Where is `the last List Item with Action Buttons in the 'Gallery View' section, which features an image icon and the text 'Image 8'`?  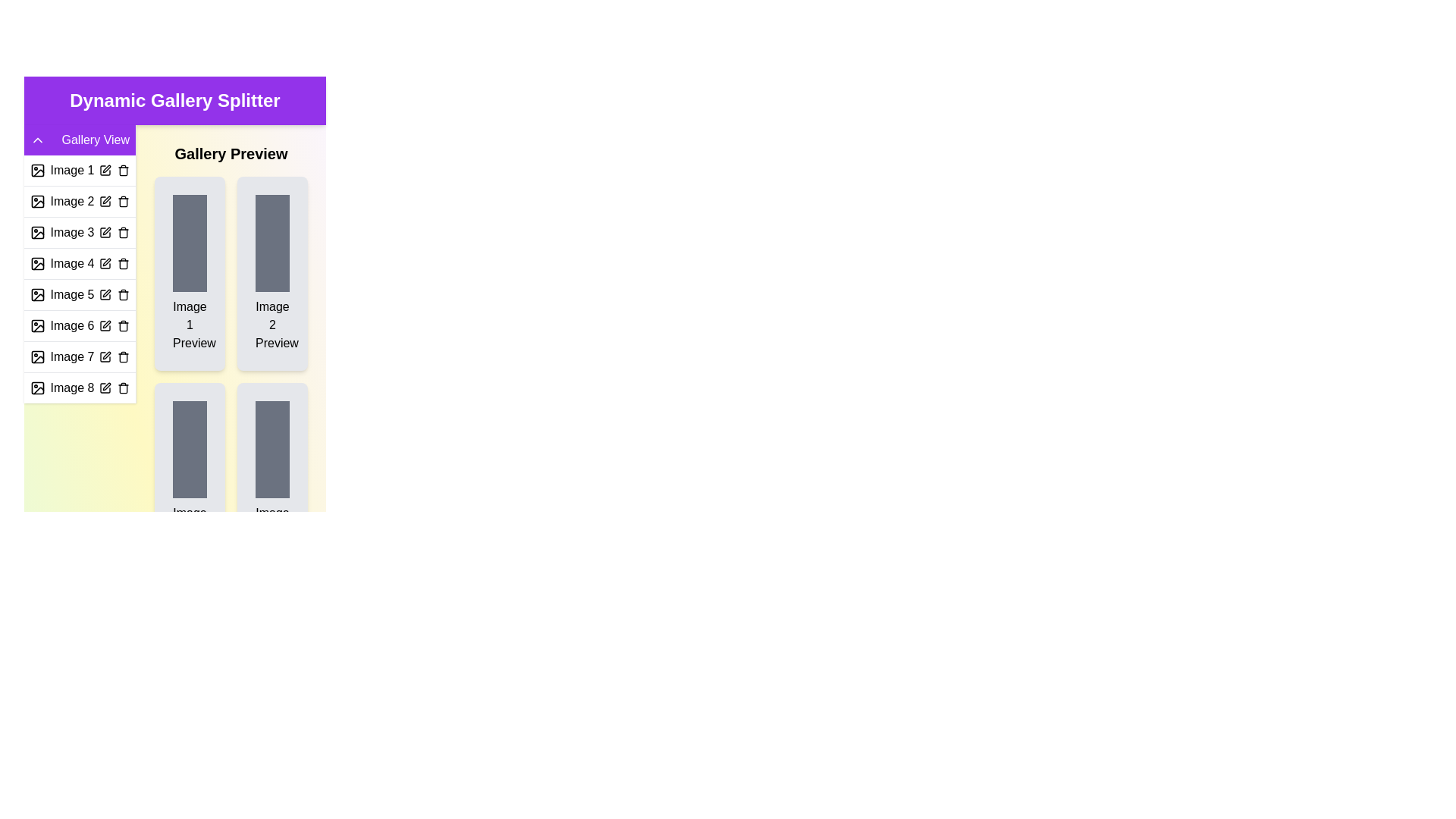
the last List Item with Action Buttons in the 'Gallery View' section, which features an image icon and the text 'Image 8' is located at coordinates (79, 387).